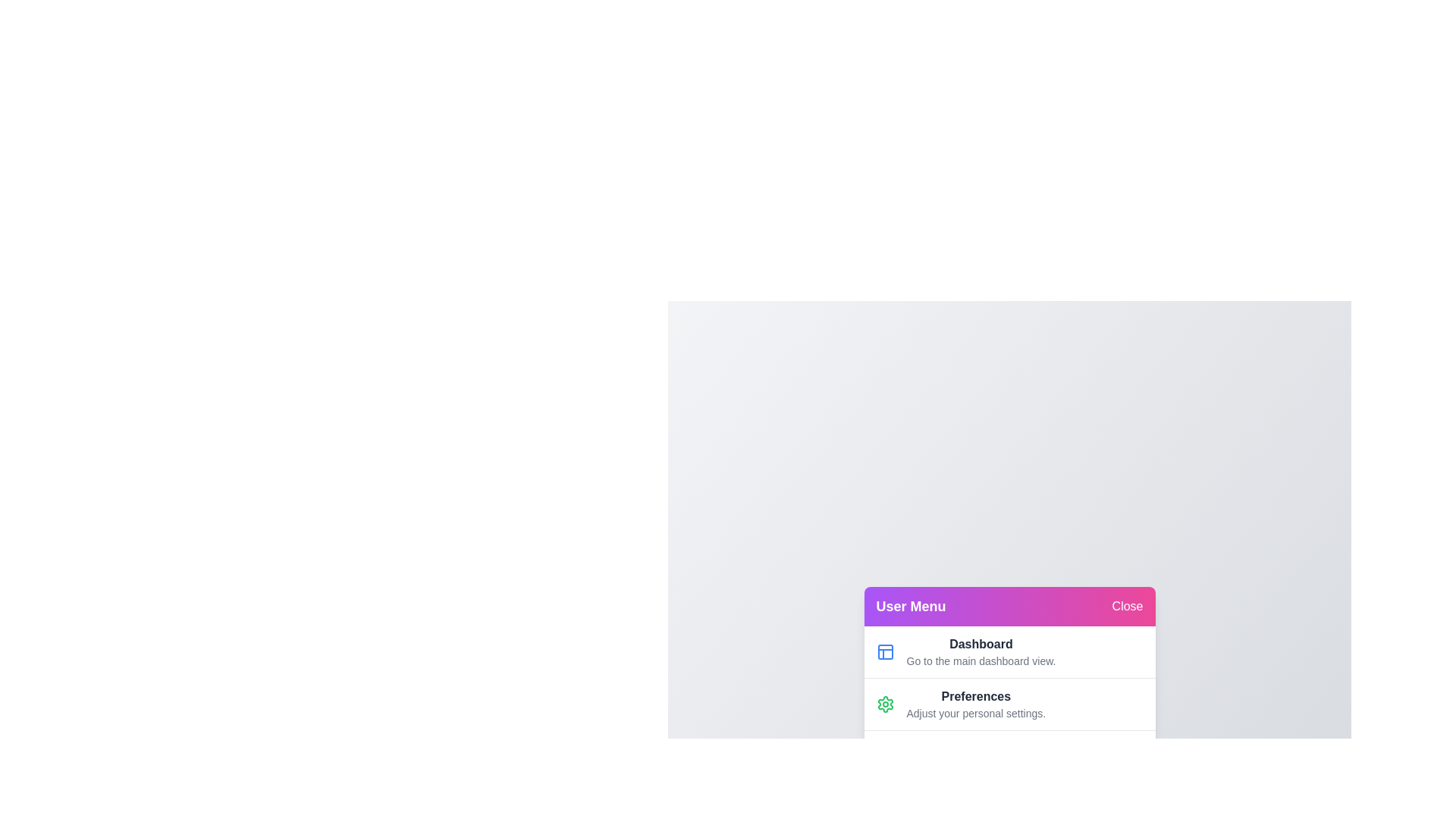  Describe the element at coordinates (1009, 704) in the screenshot. I see `the menu item labeled 'Preferences' to highlight it` at that location.